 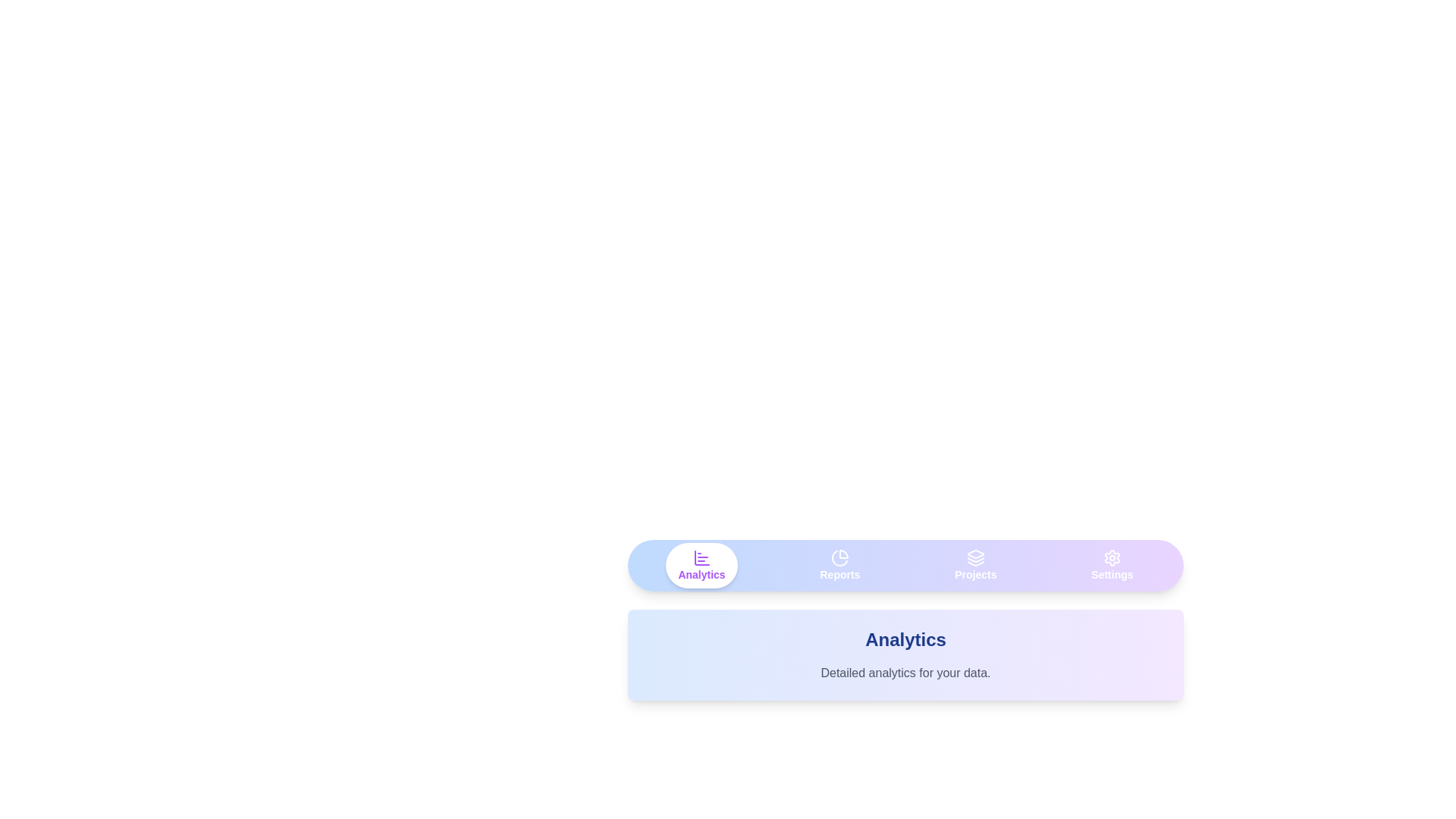 I want to click on the tab button labeled 'Settings' to observe the hover effect, so click(x=1112, y=565).